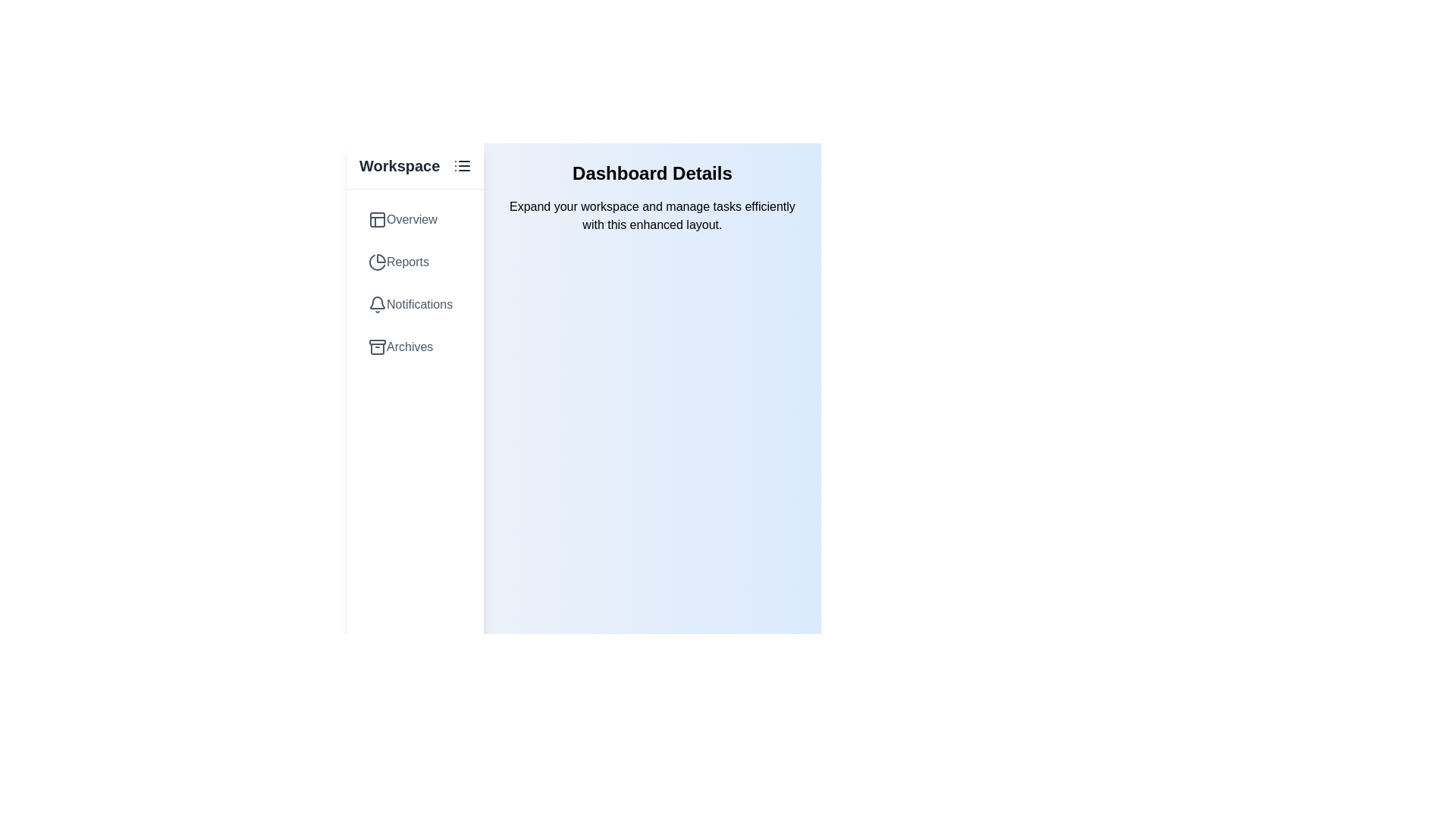 This screenshot has width=1456, height=819. Describe the element at coordinates (378, 219) in the screenshot. I see `the icon associated with the Overview list item` at that location.